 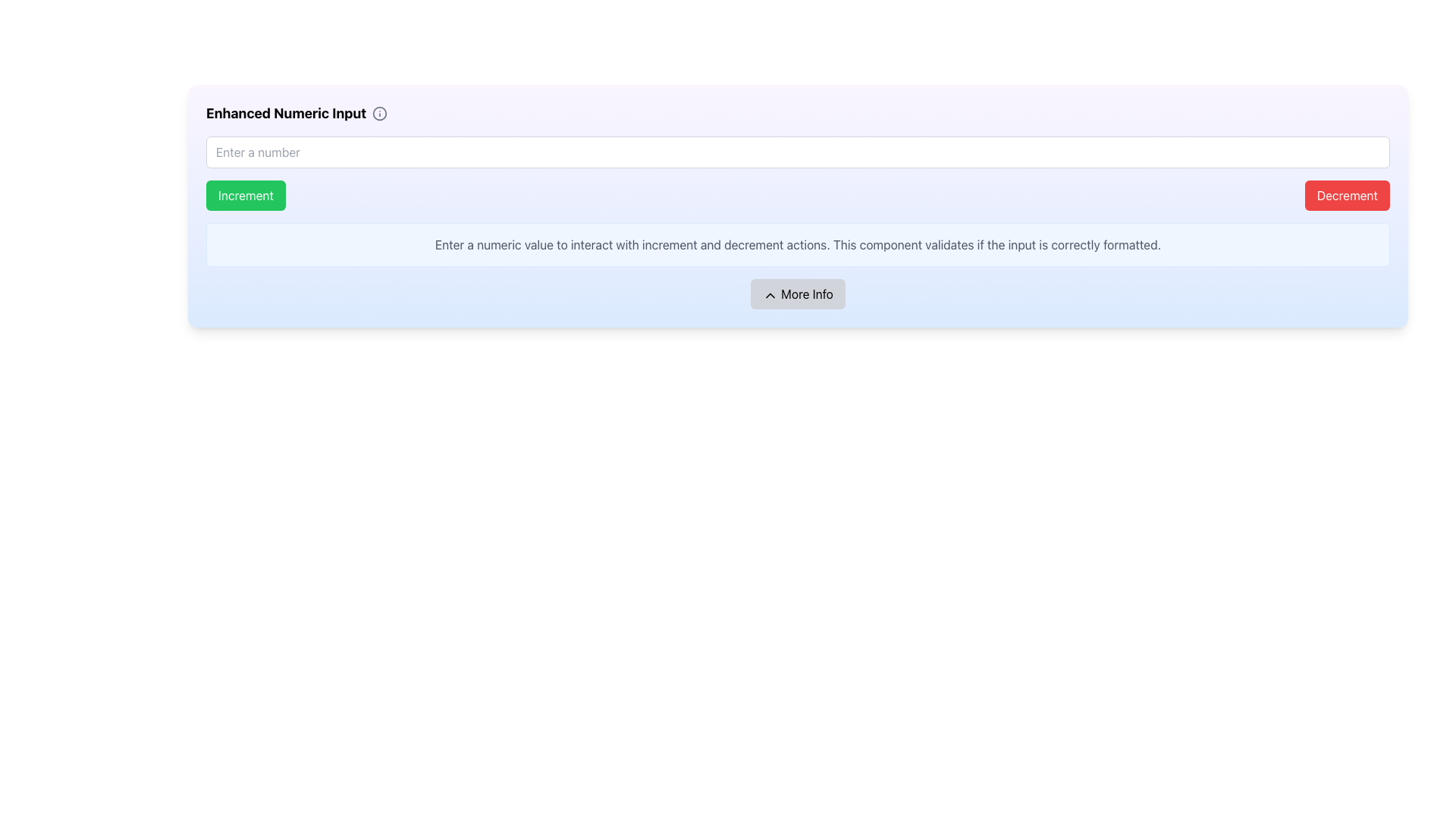 I want to click on the circular vector graphic element within the SVG that is adjacent to the title 'Enhanced Numeric Input', so click(x=380, y=113).